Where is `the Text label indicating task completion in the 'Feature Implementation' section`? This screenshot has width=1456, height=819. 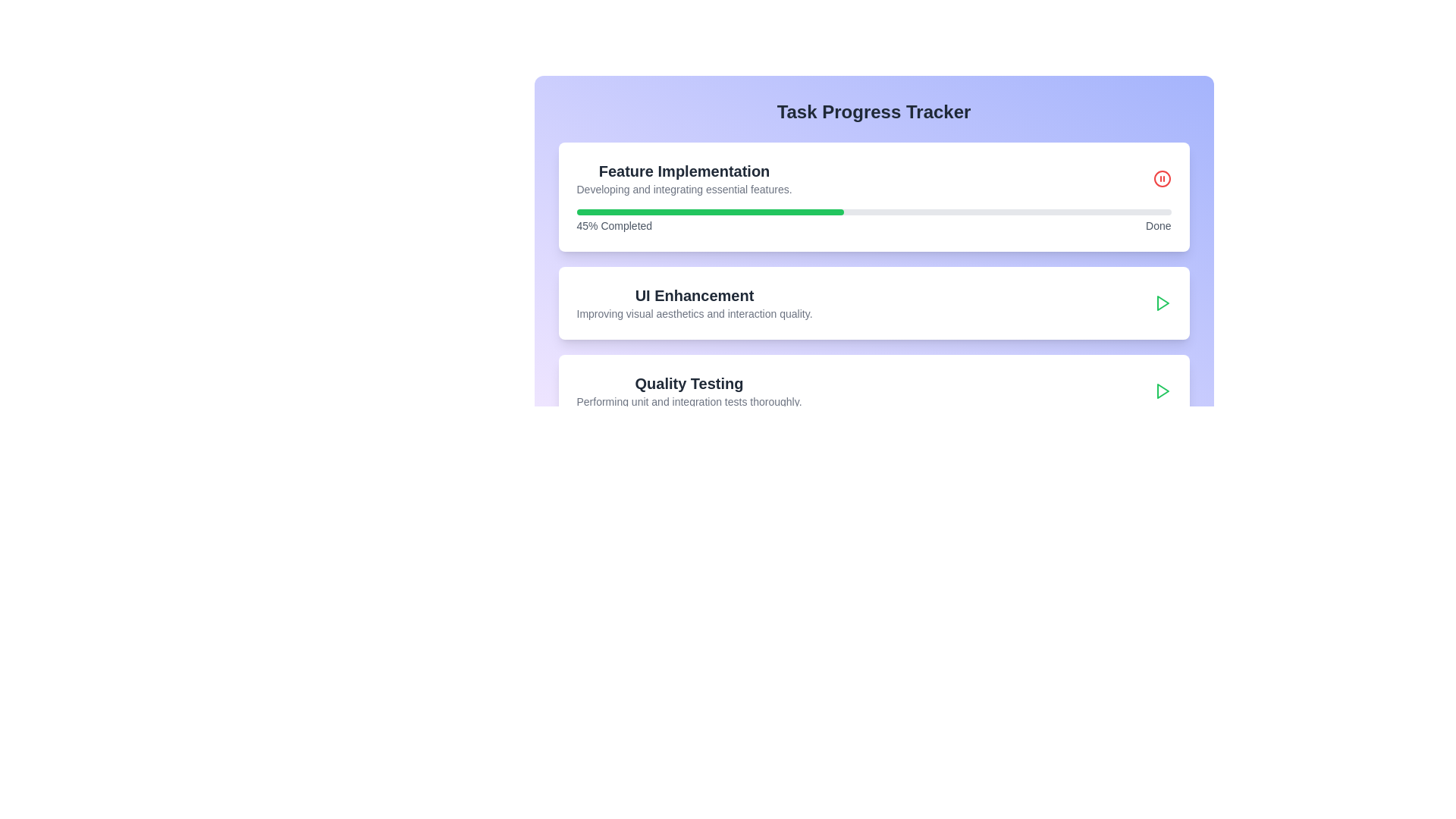
the Text label indicating task completion in the 'Feature Implementation' section is located at coordinates (1157, 225).